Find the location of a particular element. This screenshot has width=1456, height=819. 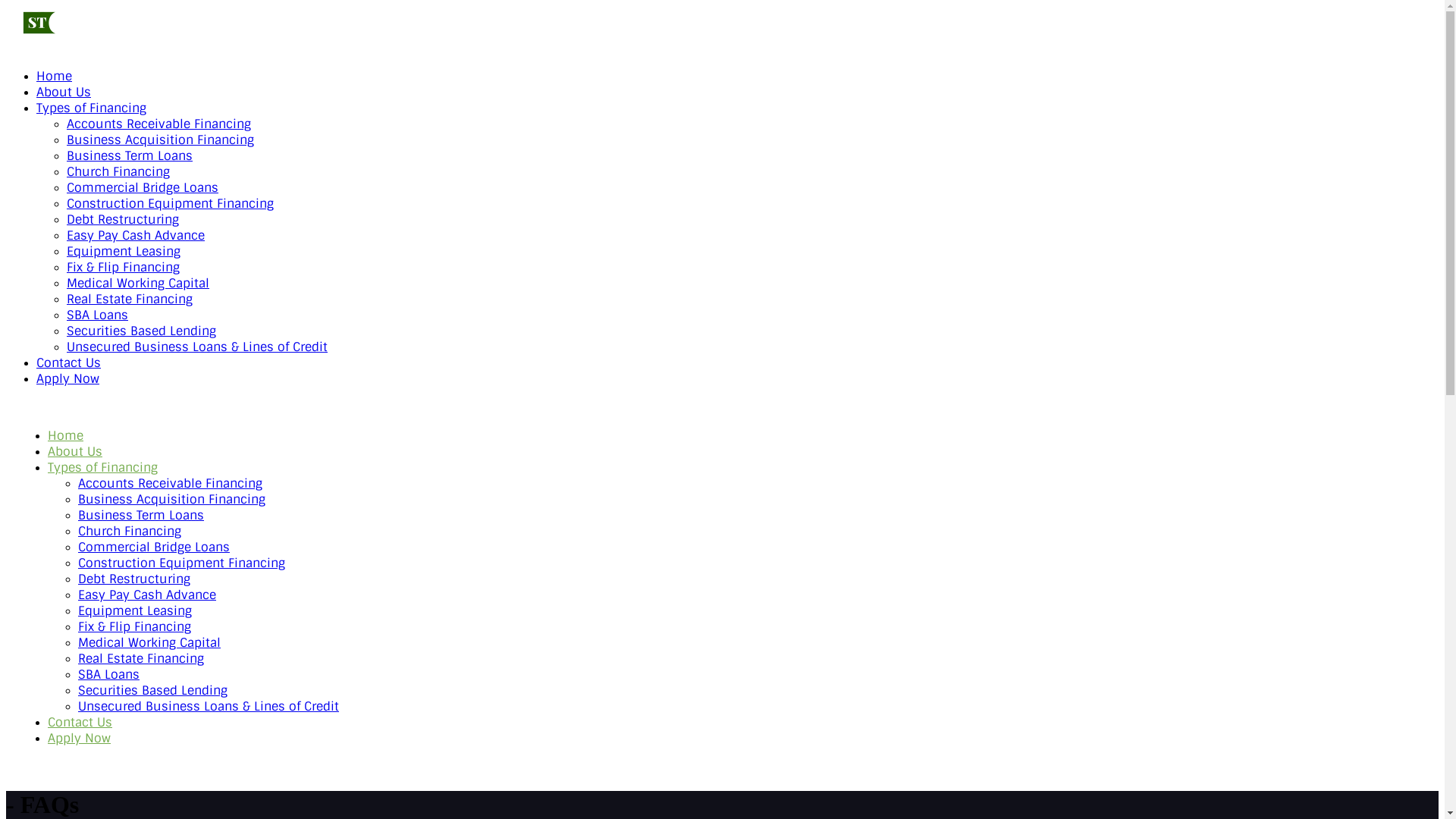

'Accounts Receivable Financing' is located at coordinates (158, 123).